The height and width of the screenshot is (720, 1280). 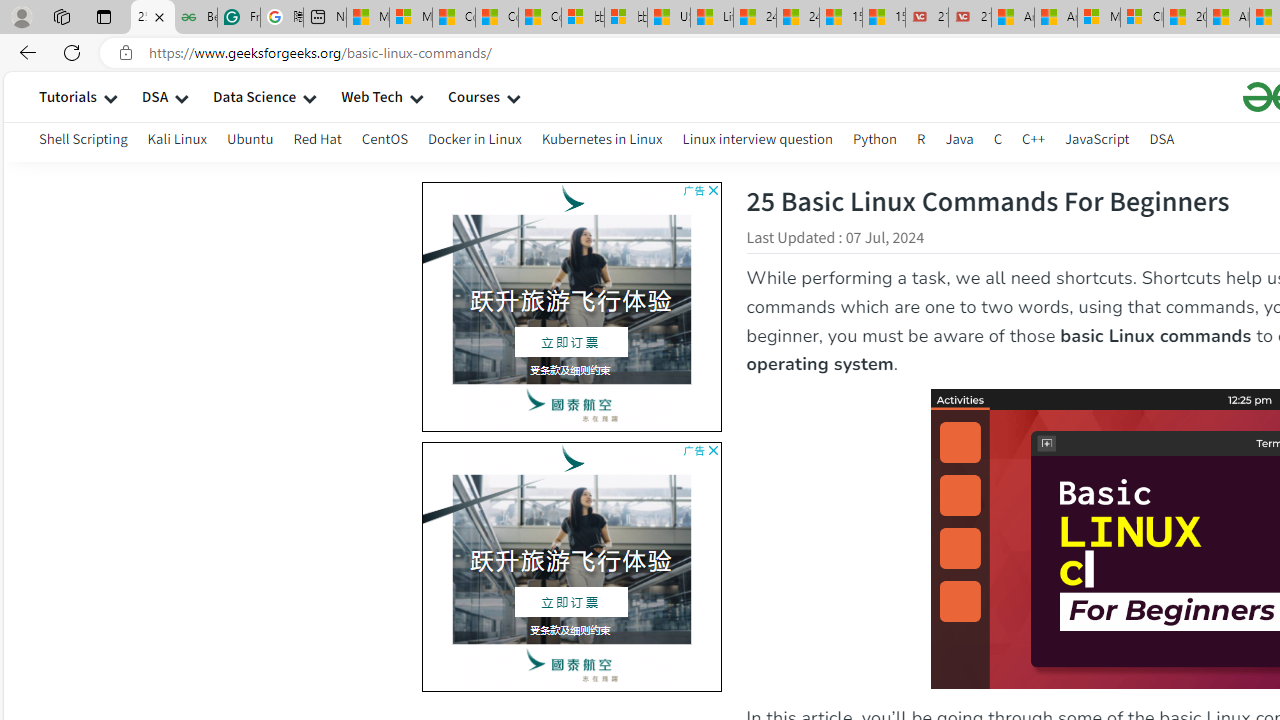 What do you see at coordinates (712, 450) in the screenshot?
I see `'AutomationID: cbb'` at bounding box center [712, 450].